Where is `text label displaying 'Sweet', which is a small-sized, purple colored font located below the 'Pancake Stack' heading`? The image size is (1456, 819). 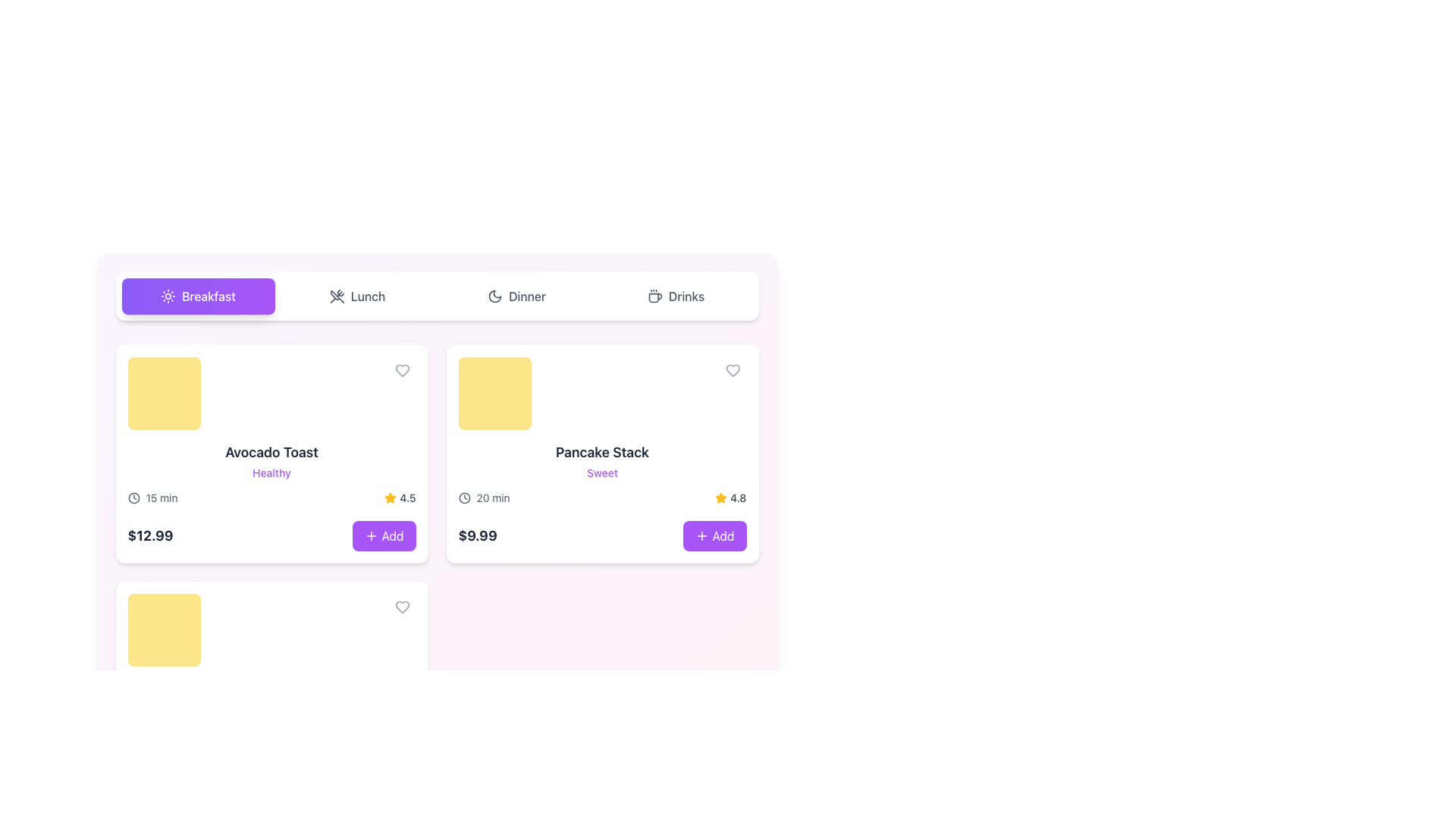
text label displaying 'Sweet', which is a small-sized, purple colored font located below the 'Pancake Stack' heading is located at coordinates (601, 472).